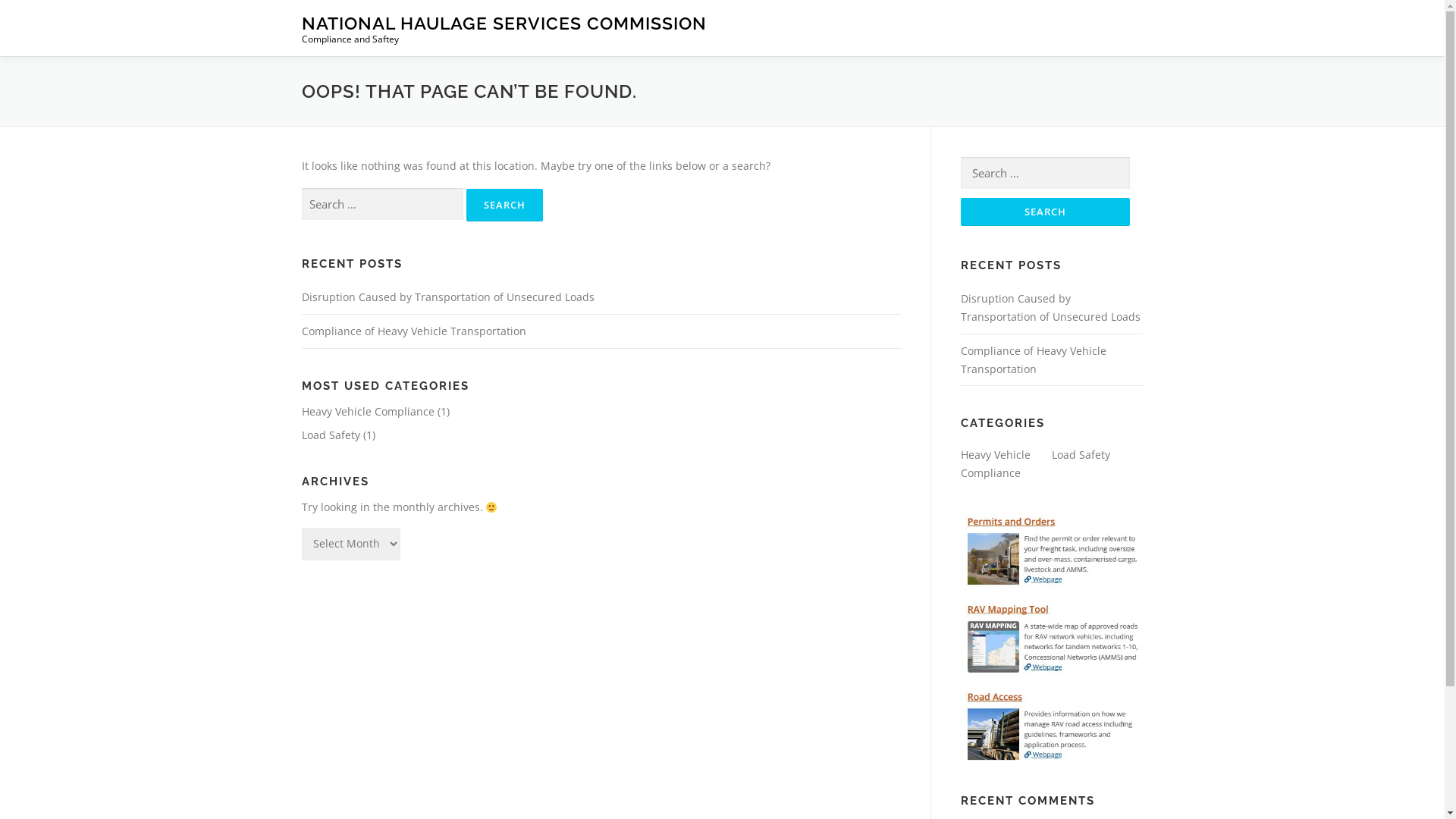 This screenshot has width=1456, height=819. I want to click on 'Heavy Vehicle Compliance', so click(994, 463).